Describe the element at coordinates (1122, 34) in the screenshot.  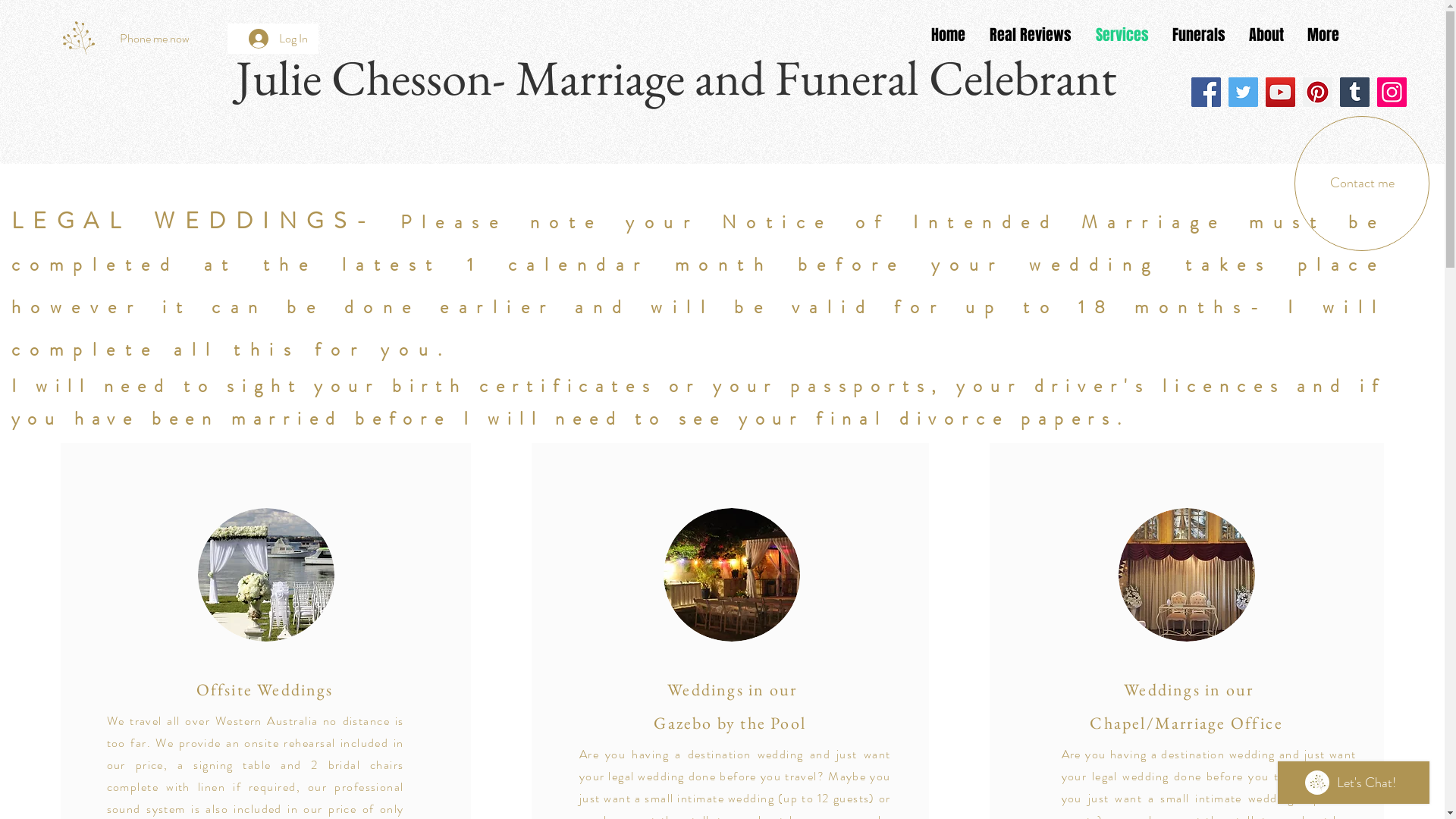
I see `'Services'` at that location.